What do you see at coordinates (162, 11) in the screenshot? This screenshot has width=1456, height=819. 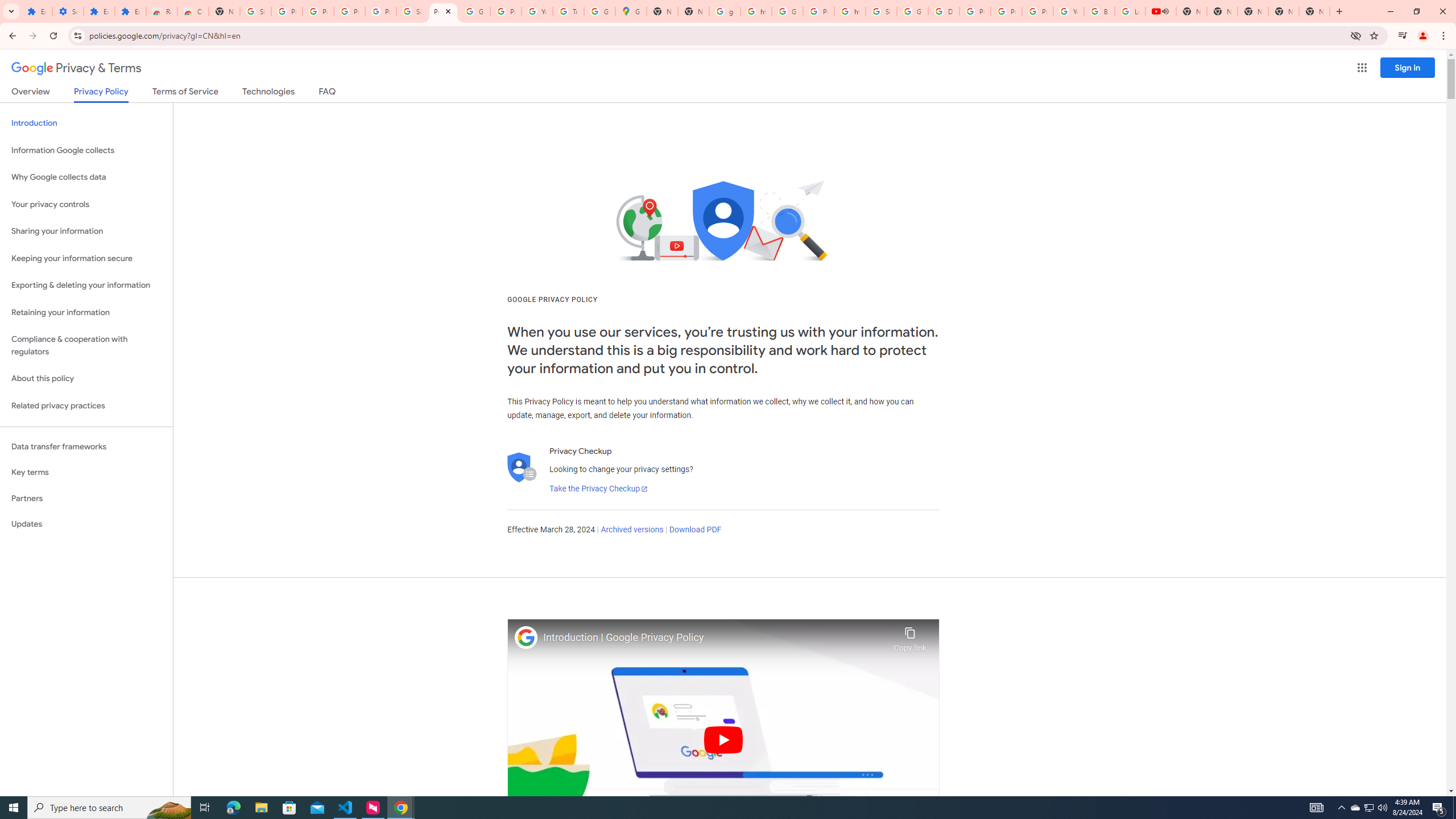 I see `'Reviews: Helix Fruit Jump Arcade Game'` at bounding box center [162, 11].